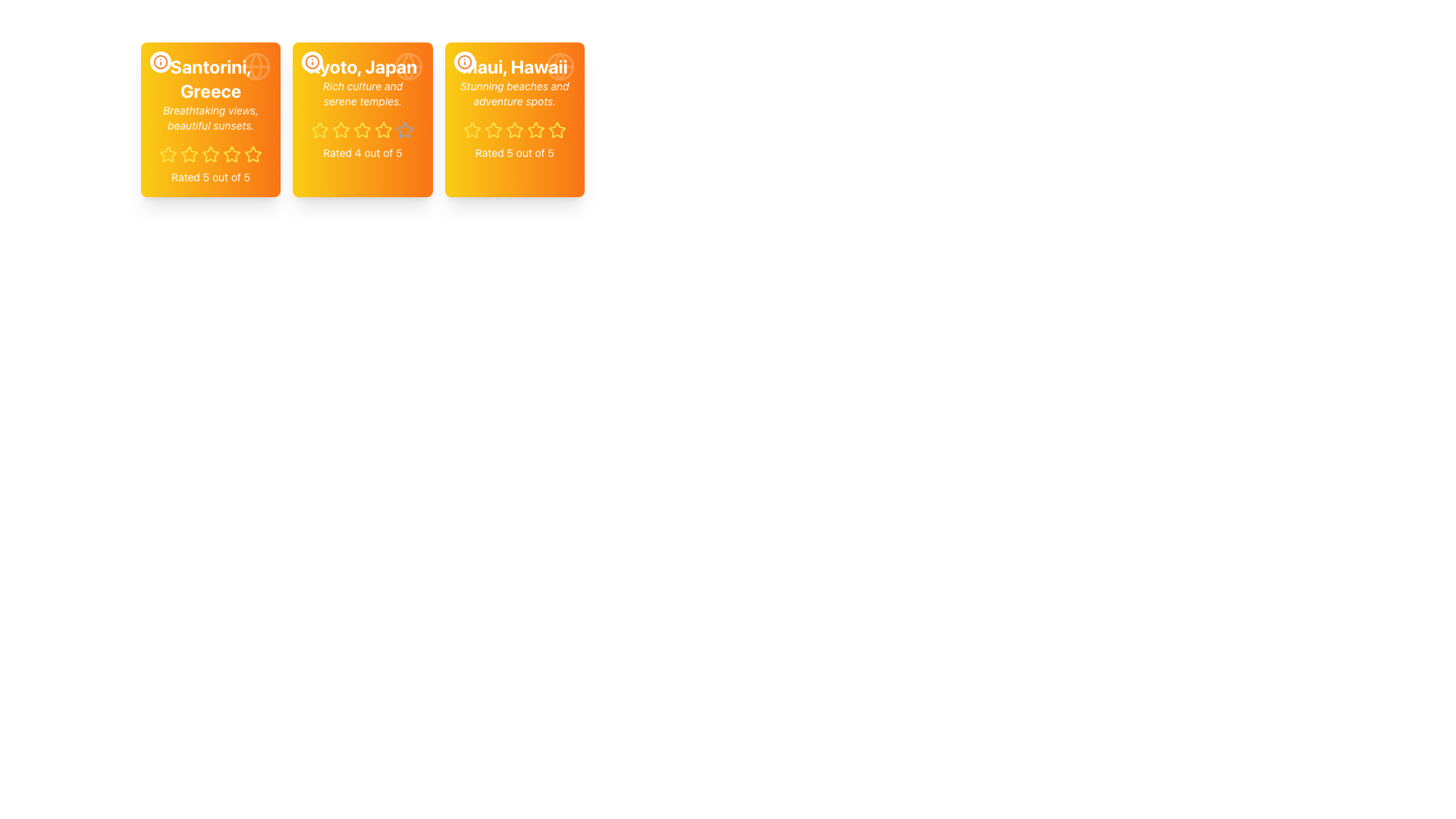  Describe the element at coordinates (405, 130) in the screenshot. I see `the fifth star icon for the rating system in the card layout of 'Kyoto, Japan'` at that location.